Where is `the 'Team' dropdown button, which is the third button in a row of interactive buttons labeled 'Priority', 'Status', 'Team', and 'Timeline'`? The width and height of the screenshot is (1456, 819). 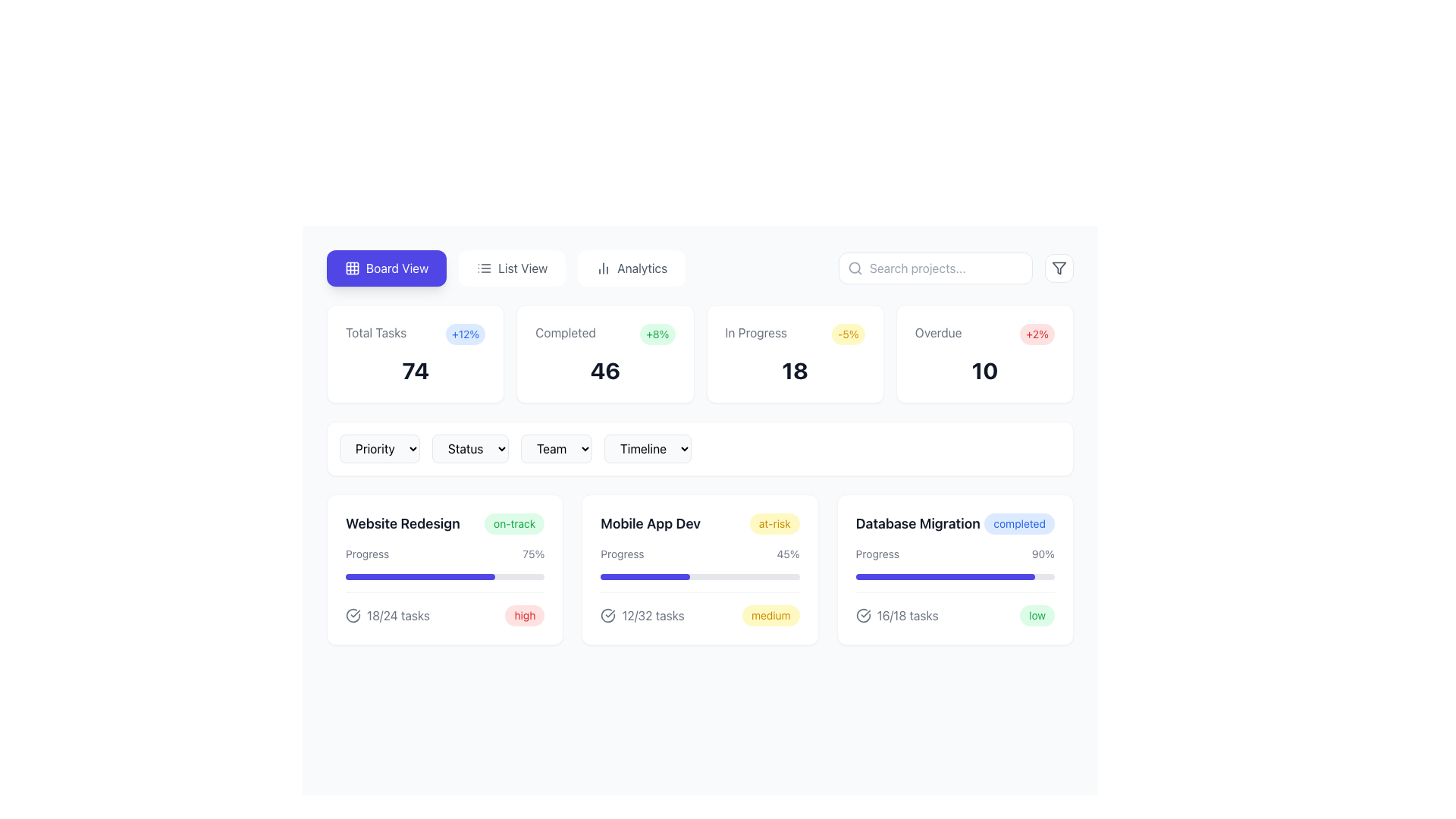
the 'Team' dropdown button, which is the third button in a row of interactive buttons labeled 'Priority', 'Status', 'Team', and 'Timeline' is located at coordinates (556, 447).